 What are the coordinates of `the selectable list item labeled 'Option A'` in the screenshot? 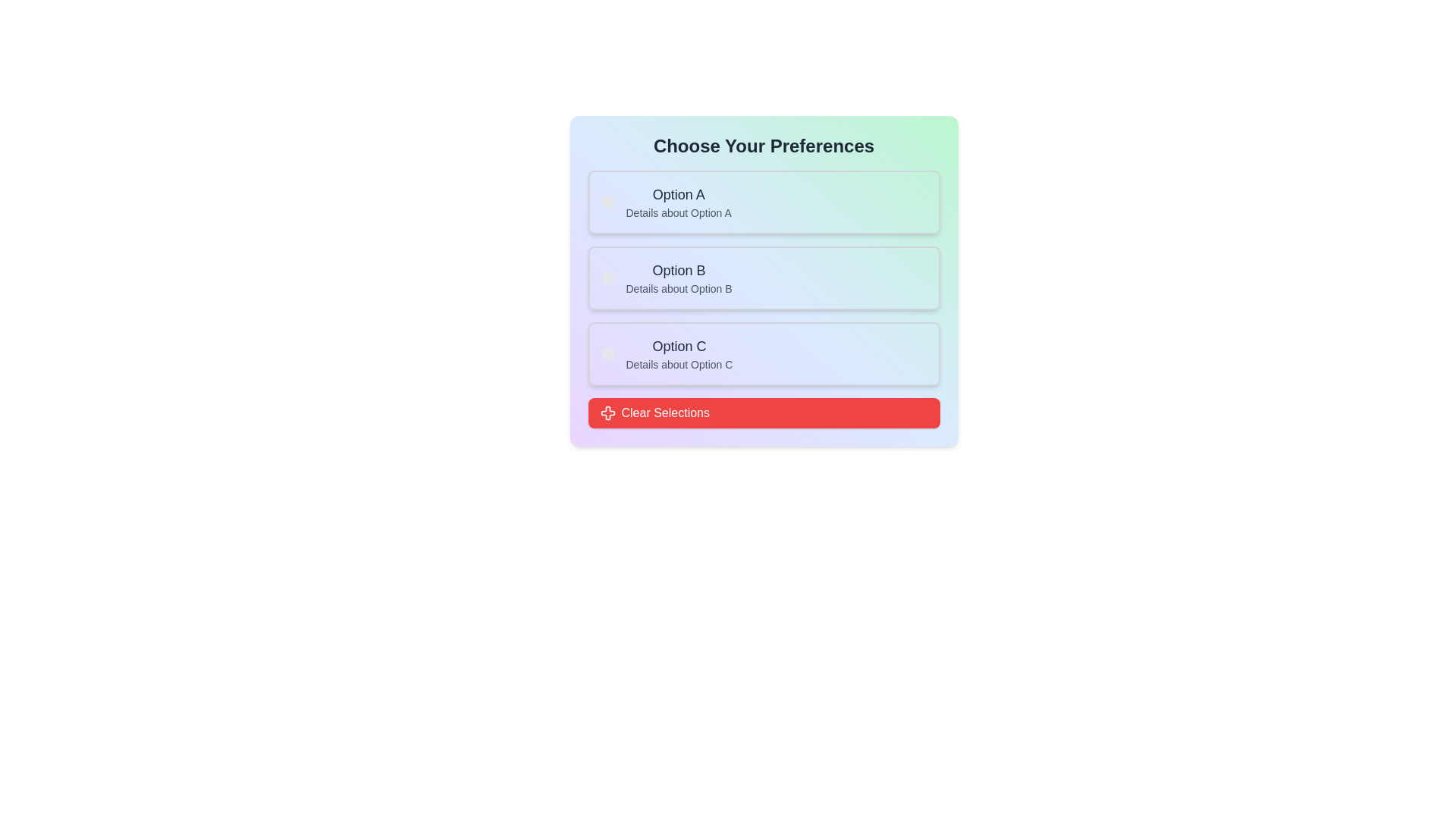 It's located at (764, 201).